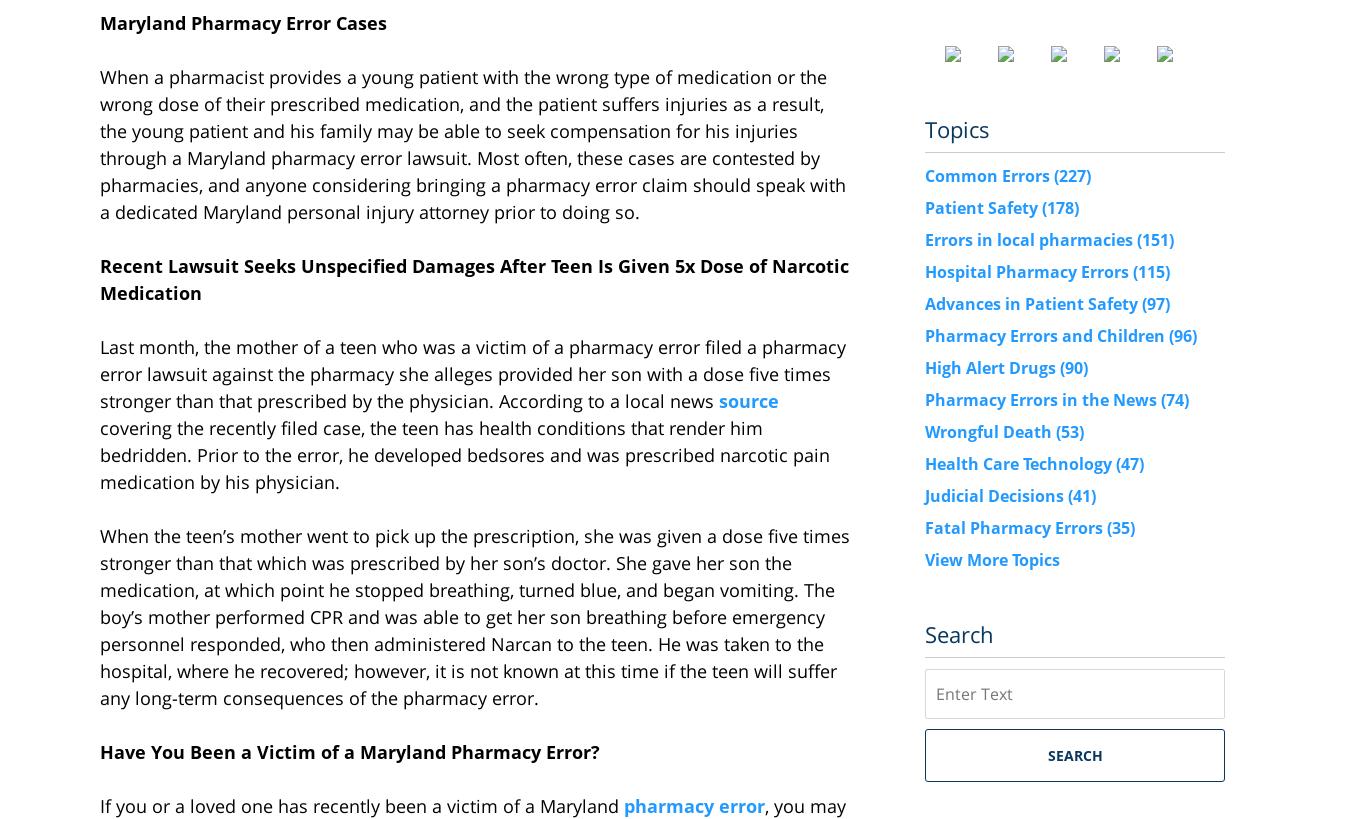 The image size is (1350, 819). I want to click on 'Fatal Pharmacy Errors', so click(1016, 526).